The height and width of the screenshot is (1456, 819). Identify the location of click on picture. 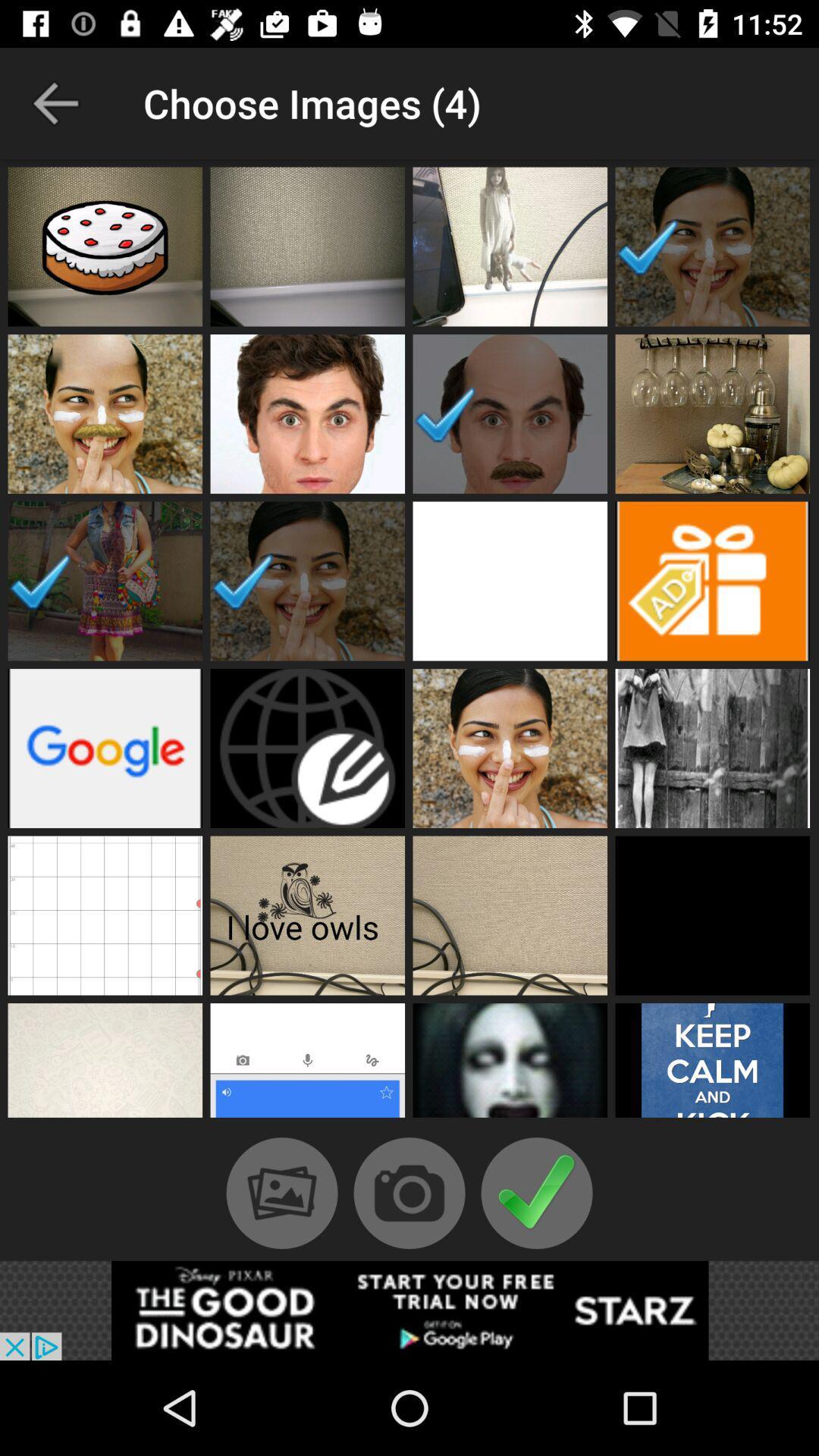
(712, 1063).